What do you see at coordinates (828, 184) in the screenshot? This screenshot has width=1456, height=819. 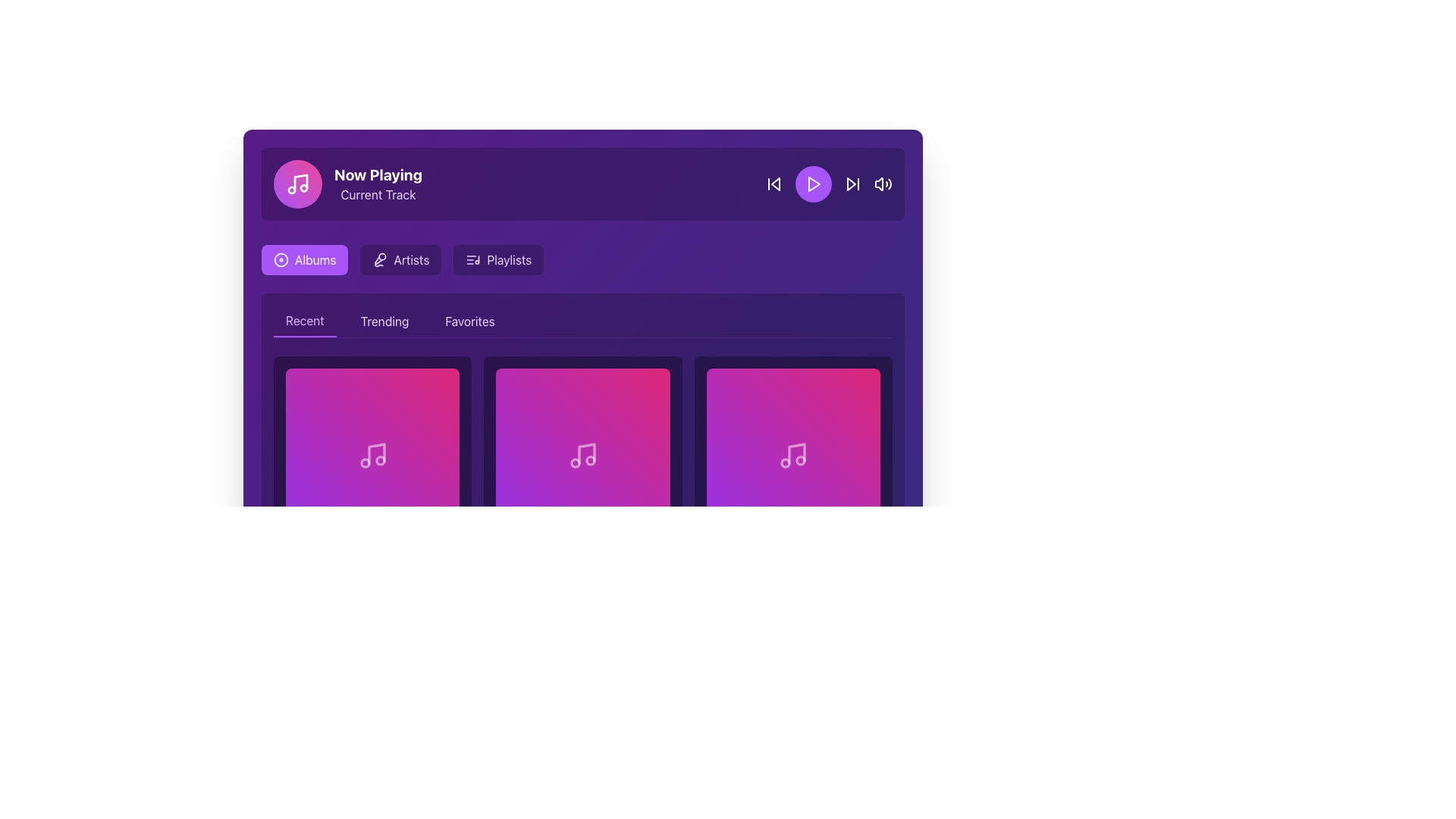 I see `the circular play button with a purple background and white play icon` at bounding box center [828, 184].